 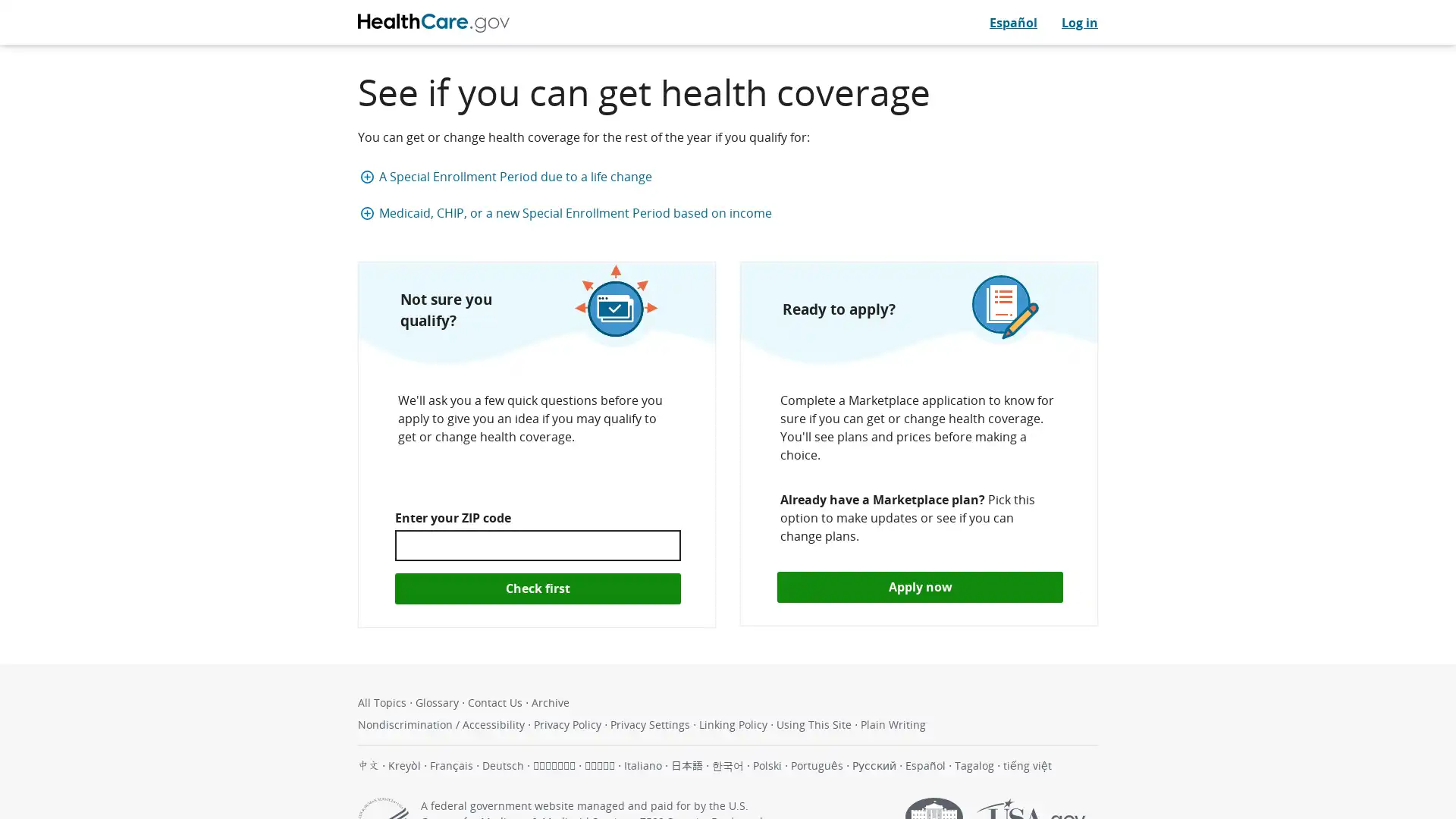 I want to click on A Special Enrollment Period due to a life change, so click(x=731, y=175).